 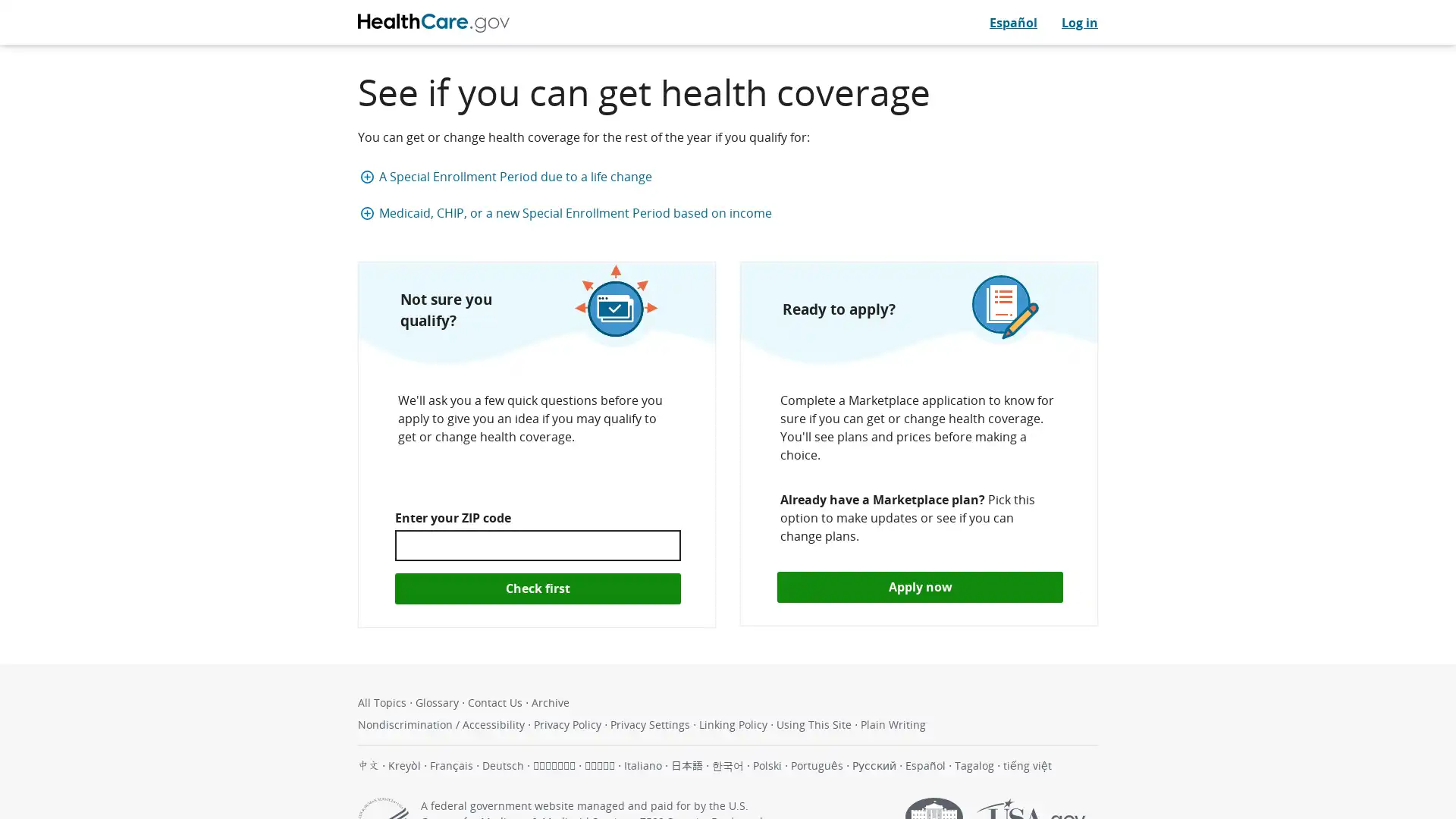 I want to click on A Special Enrollment Period due to a life change, so click(x=731, y=175).